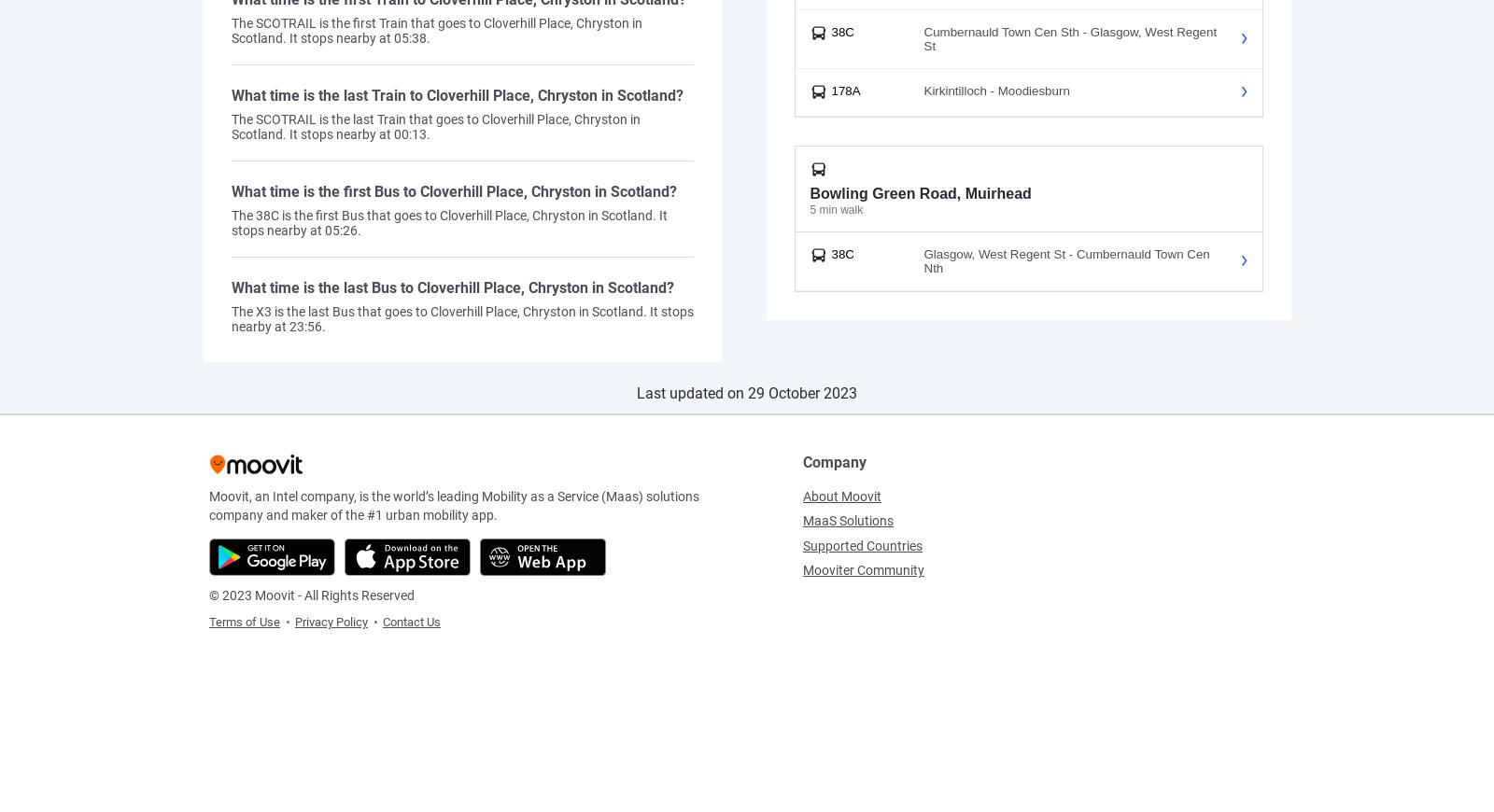  Describe the element at coordinates (862, 544) in the screenshot. I see `'Supported Countries'` at that location.